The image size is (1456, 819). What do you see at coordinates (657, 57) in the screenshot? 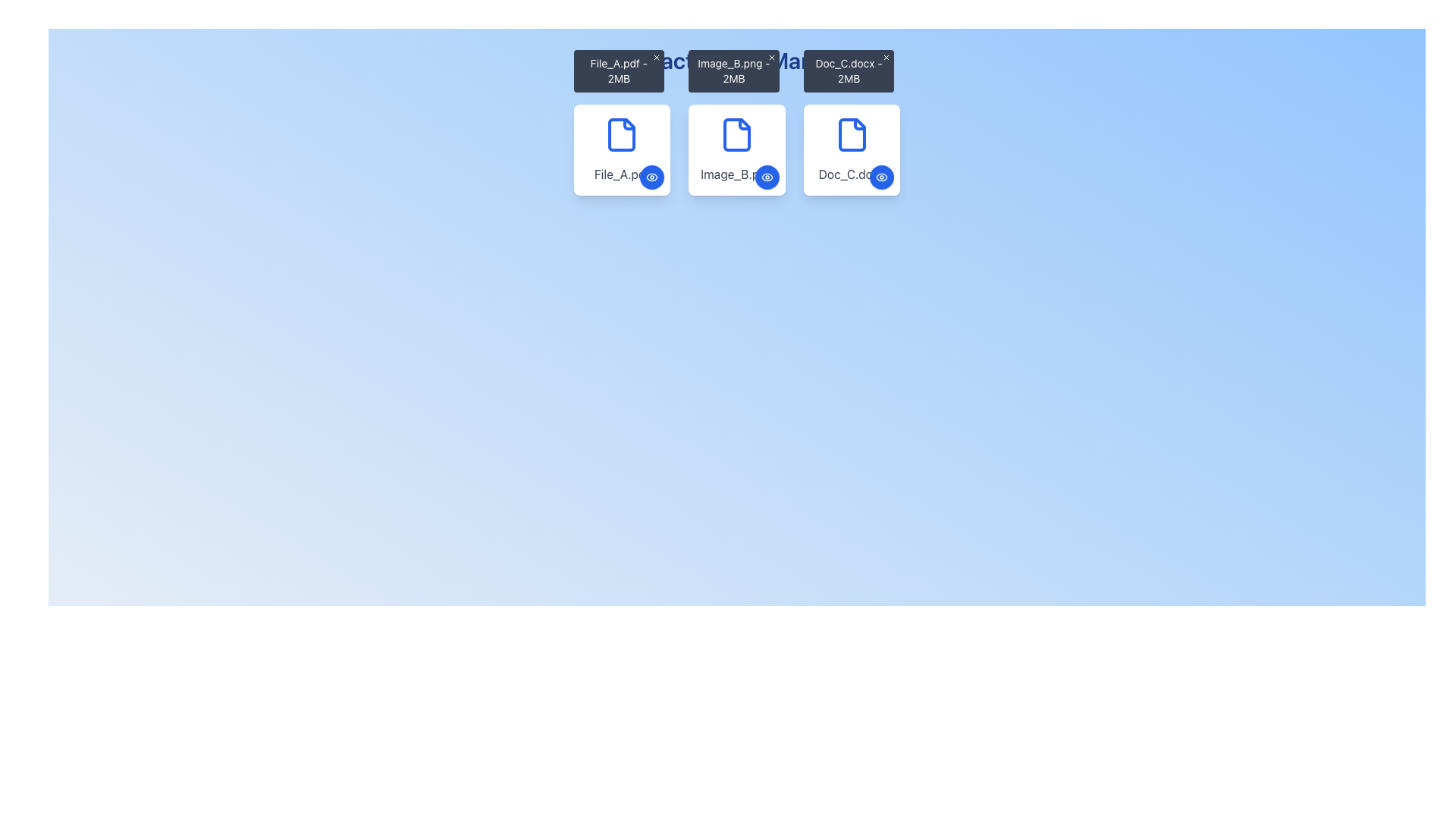
I see `the close button located in the upper right corner of the tooltip for 'File_A.pdf - 2MB'` at bounding box center [657, 57].